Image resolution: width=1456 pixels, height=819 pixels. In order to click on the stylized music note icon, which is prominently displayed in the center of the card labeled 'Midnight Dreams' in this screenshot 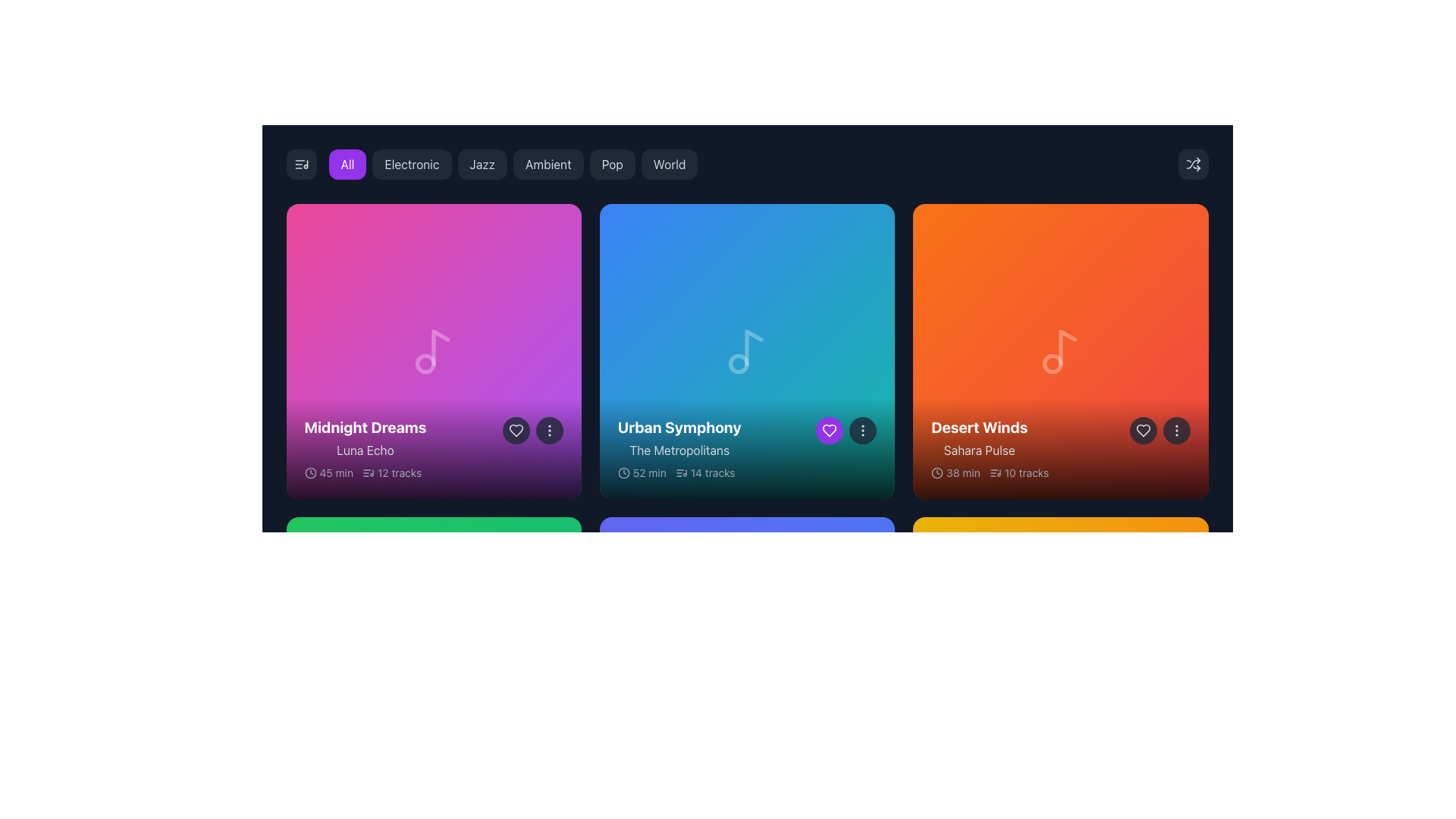, I will do `click(433, 351)`.